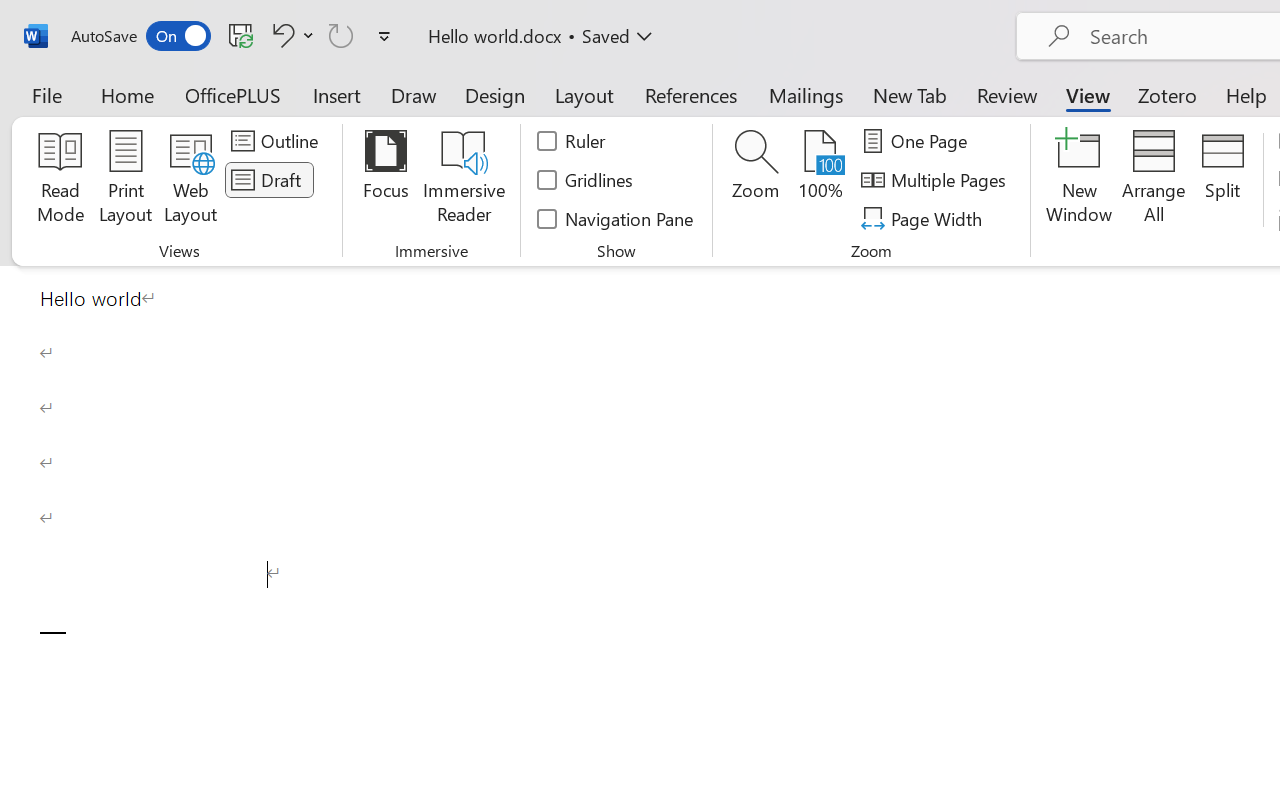  Describe the element at coordinates (190, 179) in the screenshot. I see `'Web Layout'` at that location.